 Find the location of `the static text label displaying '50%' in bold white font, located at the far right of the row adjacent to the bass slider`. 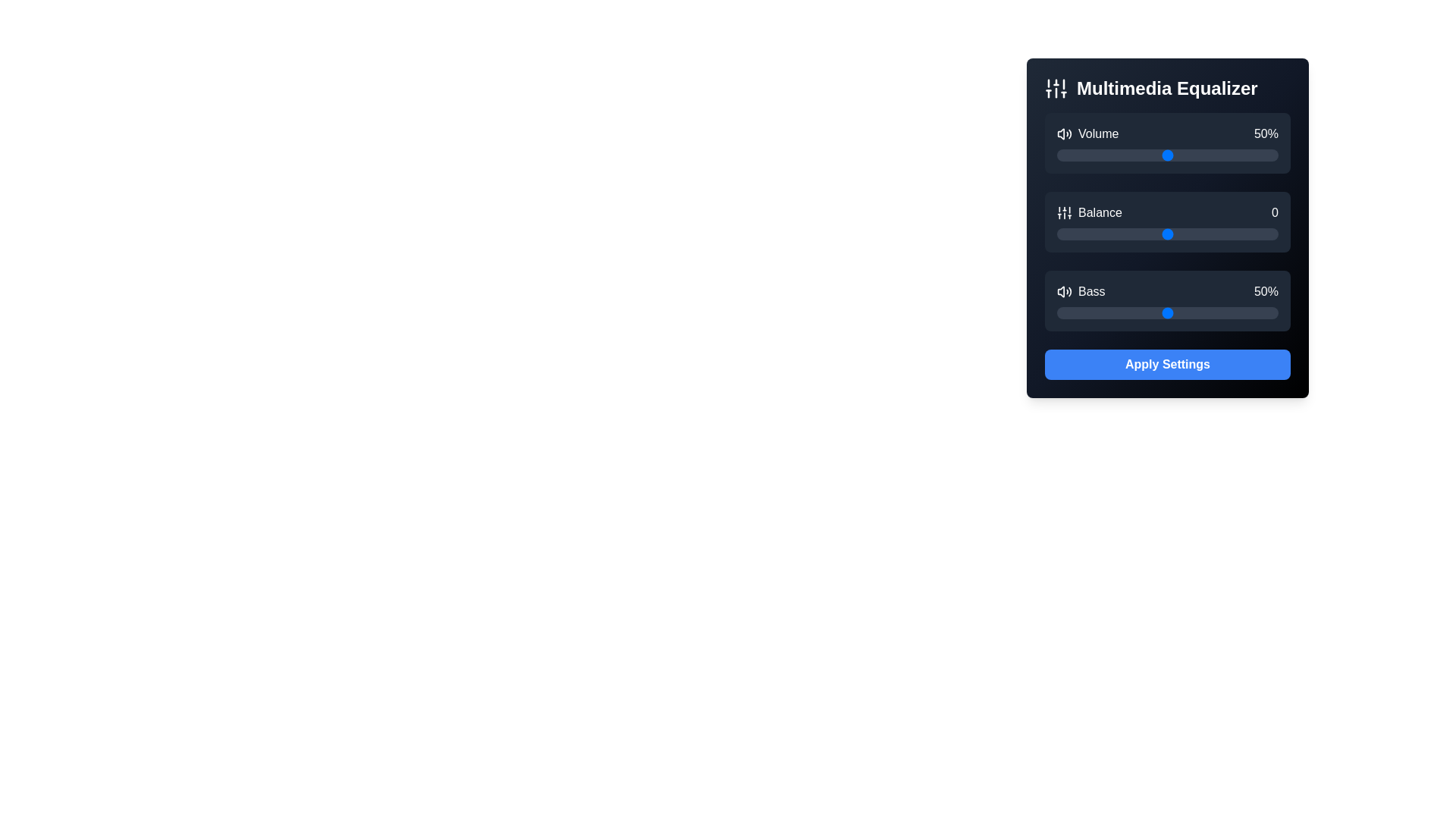

the static text label displaying '50%' in bold white font, located at the far right of the row adjacent to the bass slider is located at coordinates (1266, 292).